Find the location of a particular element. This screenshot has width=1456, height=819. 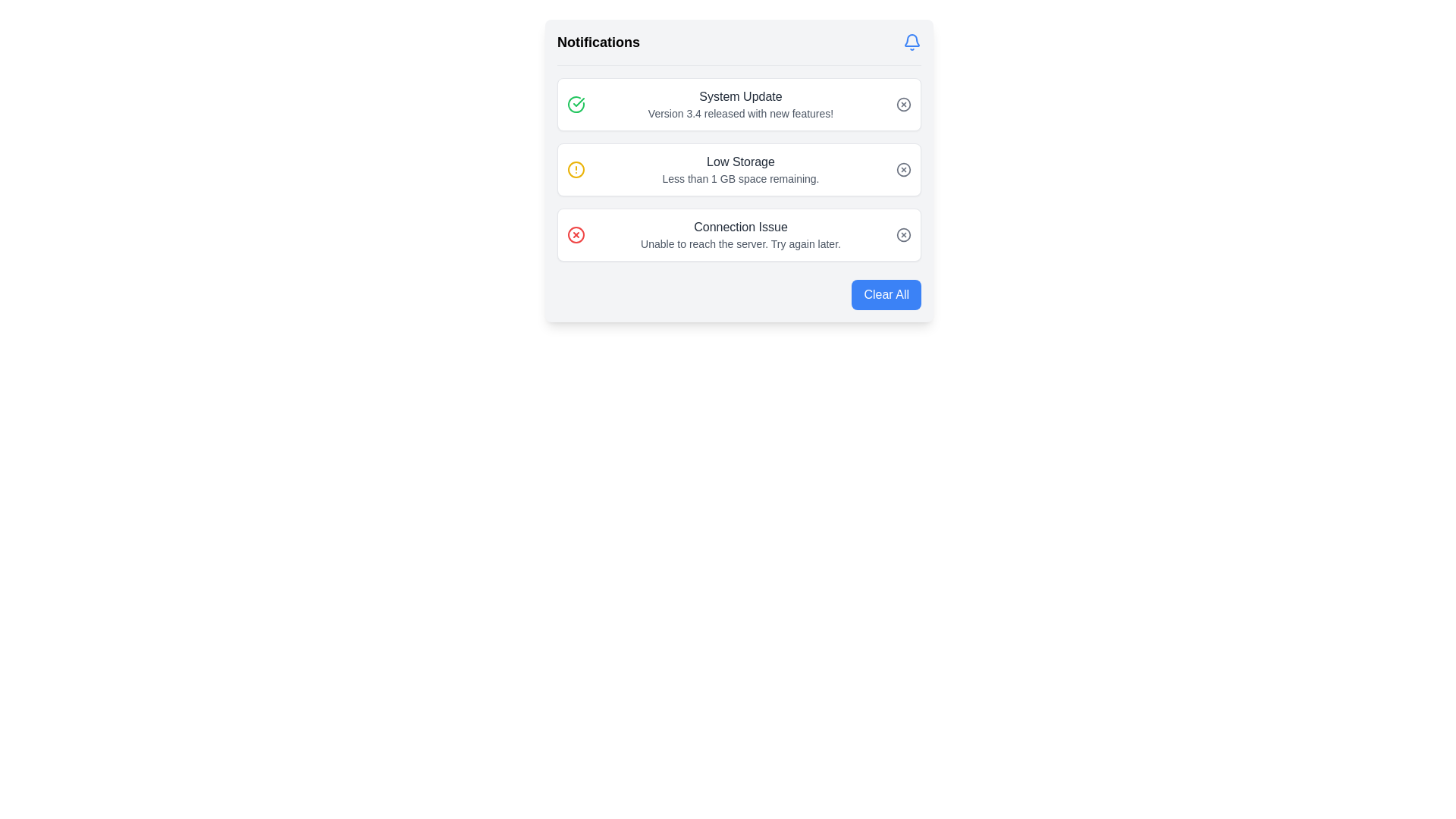

the associated notification by clicking on the icon that signifies a completed system update for version 3.4, which is positioned at the leftmost side of the notification item is located at coordinates (575, 104).